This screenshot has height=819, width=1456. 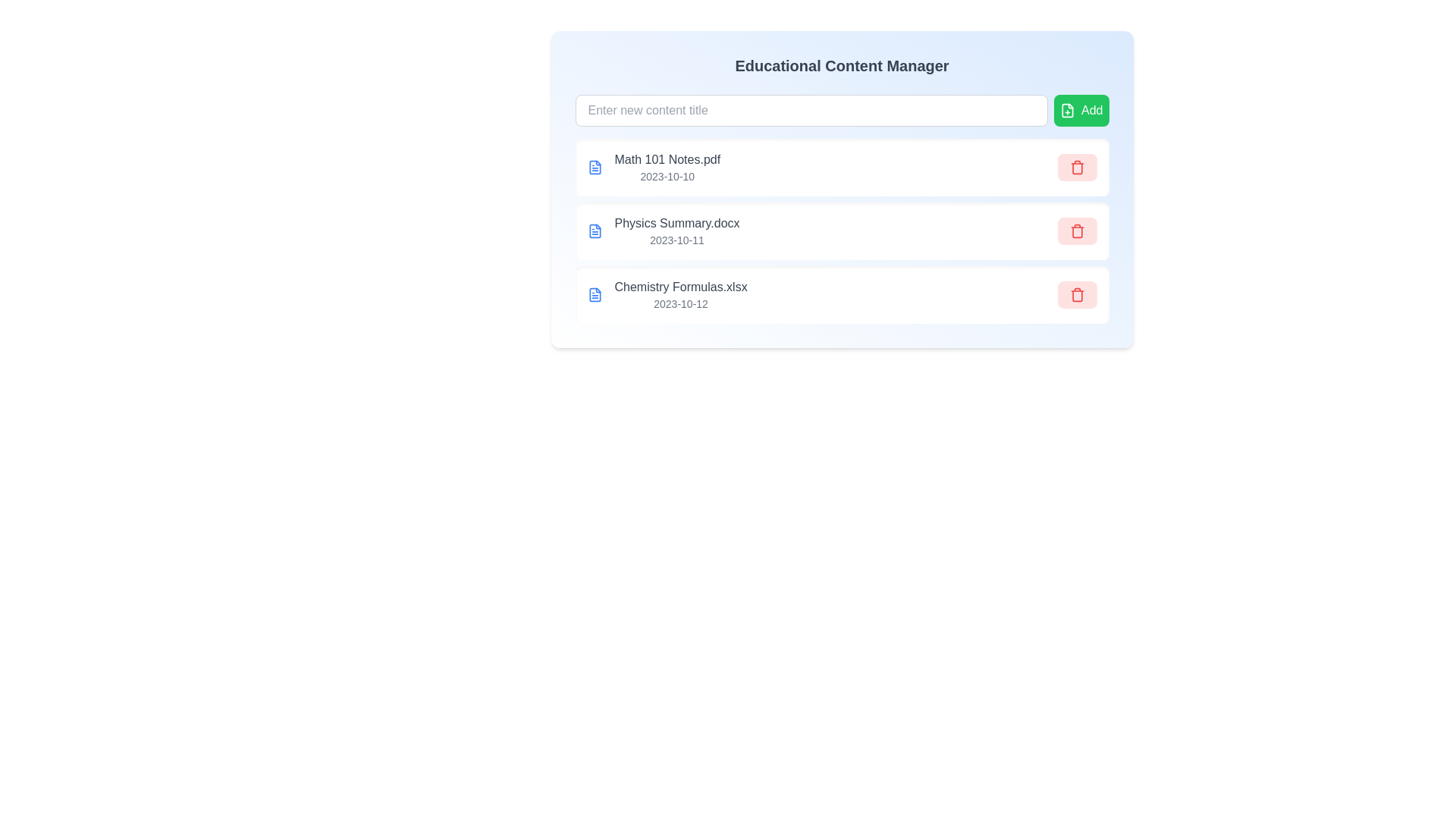 What do you see at coordinates (667, 295) in the screenshot?
I see `the file list entry representing a document` at bounding box center [667, 295].